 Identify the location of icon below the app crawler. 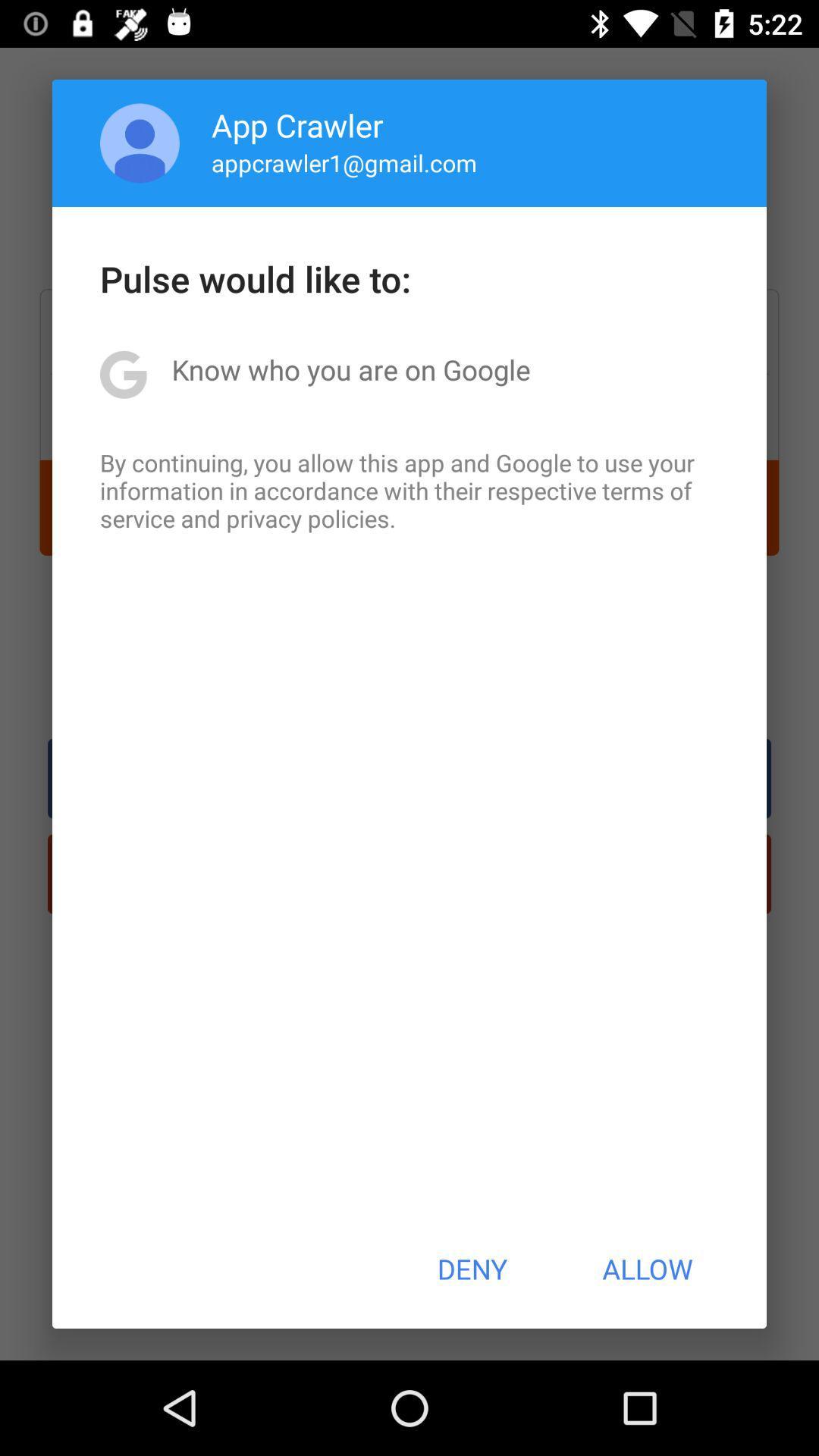
(344, 162).